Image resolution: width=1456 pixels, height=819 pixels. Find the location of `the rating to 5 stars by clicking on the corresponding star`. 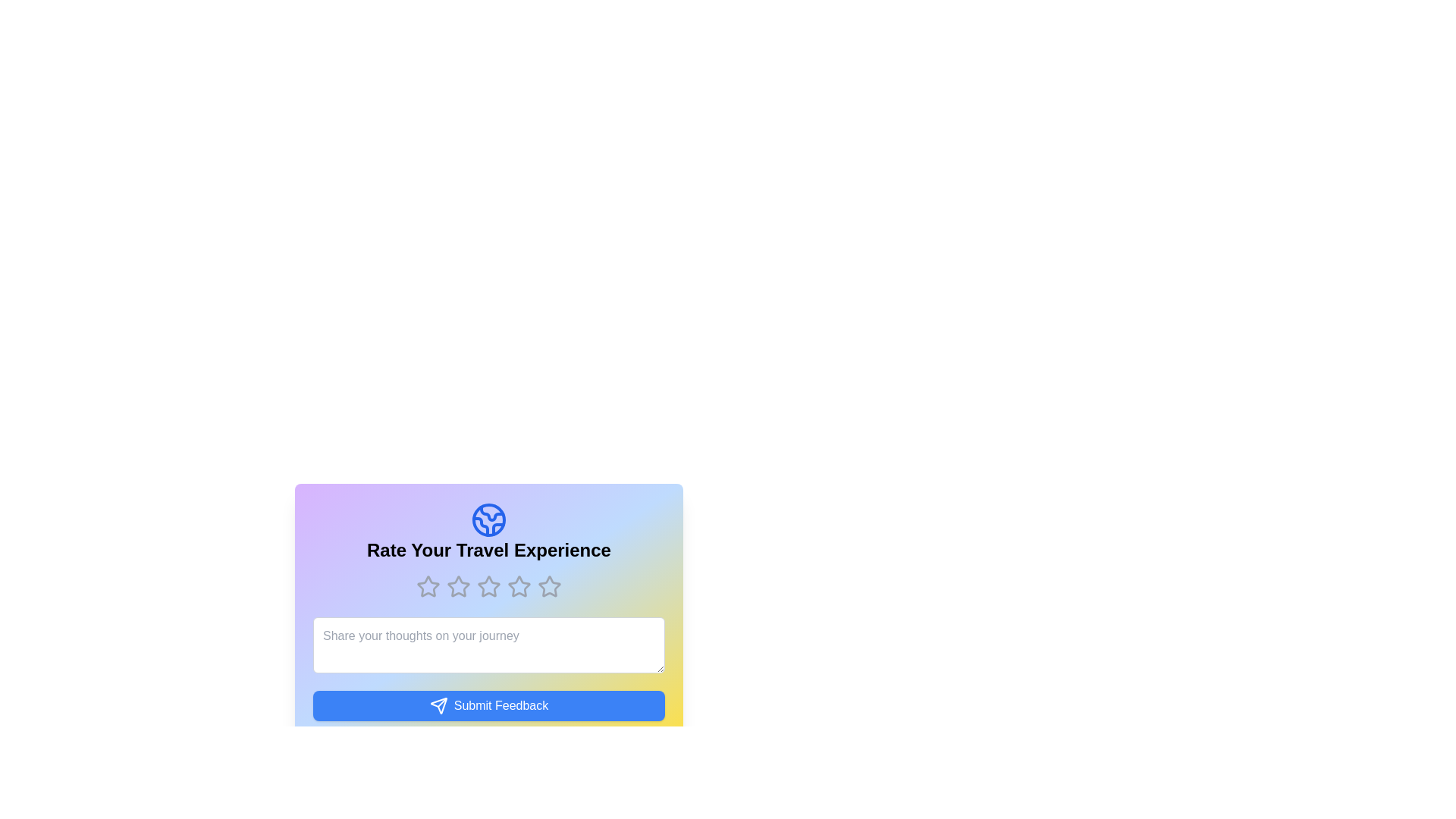

the rating to 5 stars by clicking on the corresponding star is located at coordinates (548, 586).